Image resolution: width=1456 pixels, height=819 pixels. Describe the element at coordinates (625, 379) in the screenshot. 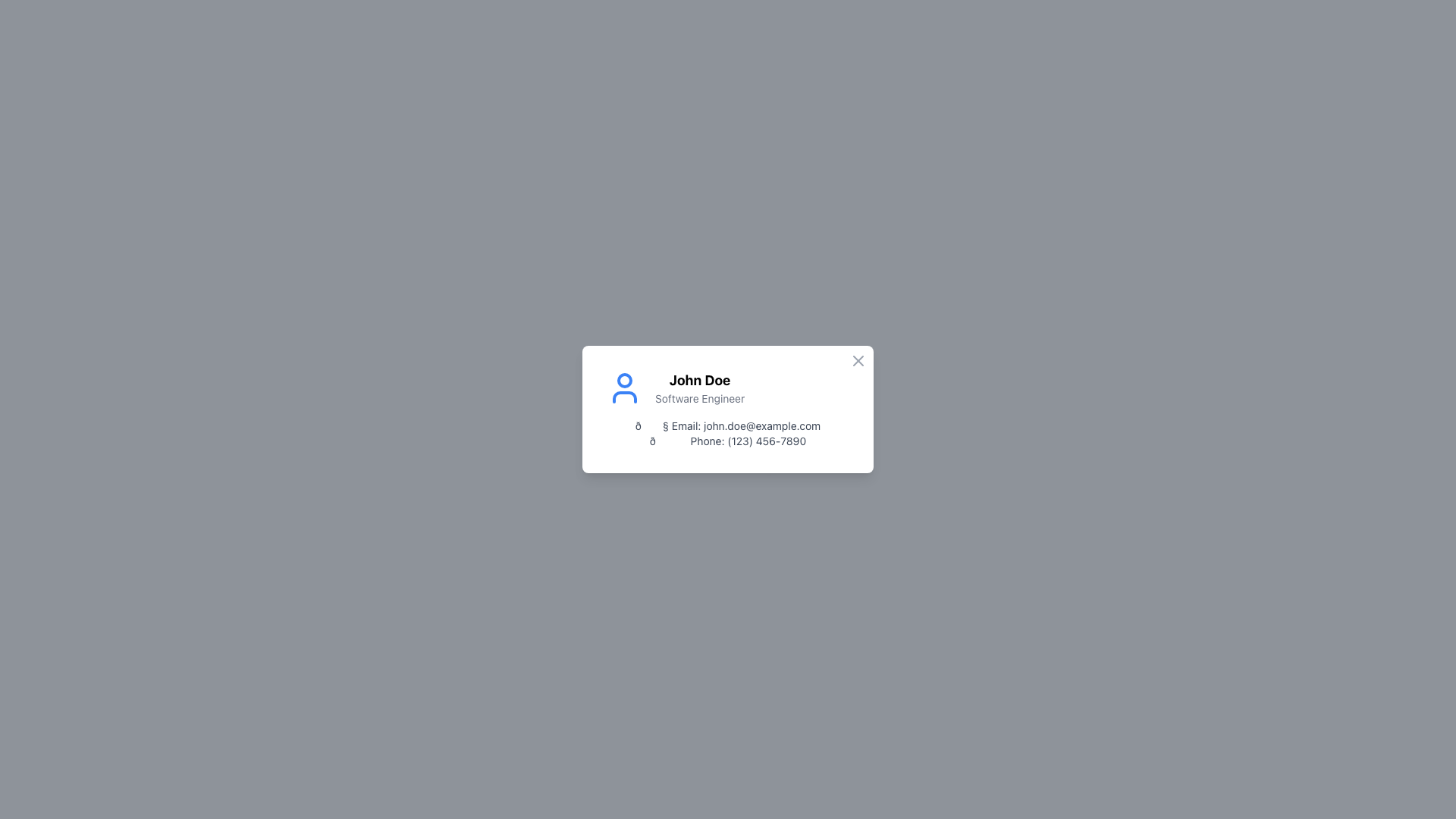

I see `the SVG circle component that represents the head of the user avatar in the profile card` at that location.